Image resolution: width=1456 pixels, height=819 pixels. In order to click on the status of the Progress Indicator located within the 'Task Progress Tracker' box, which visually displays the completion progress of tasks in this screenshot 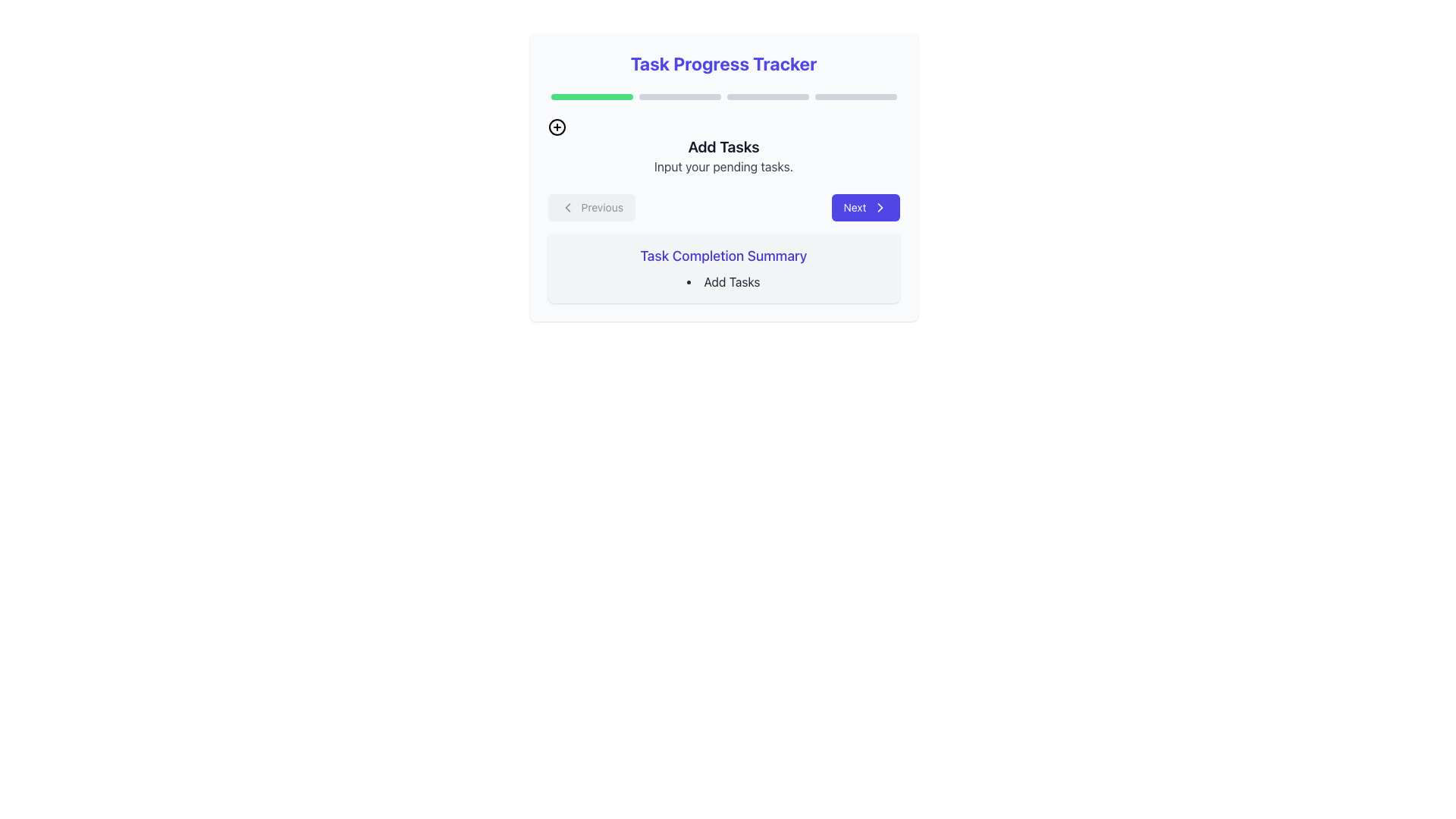, I will do `click(723, 96)`.